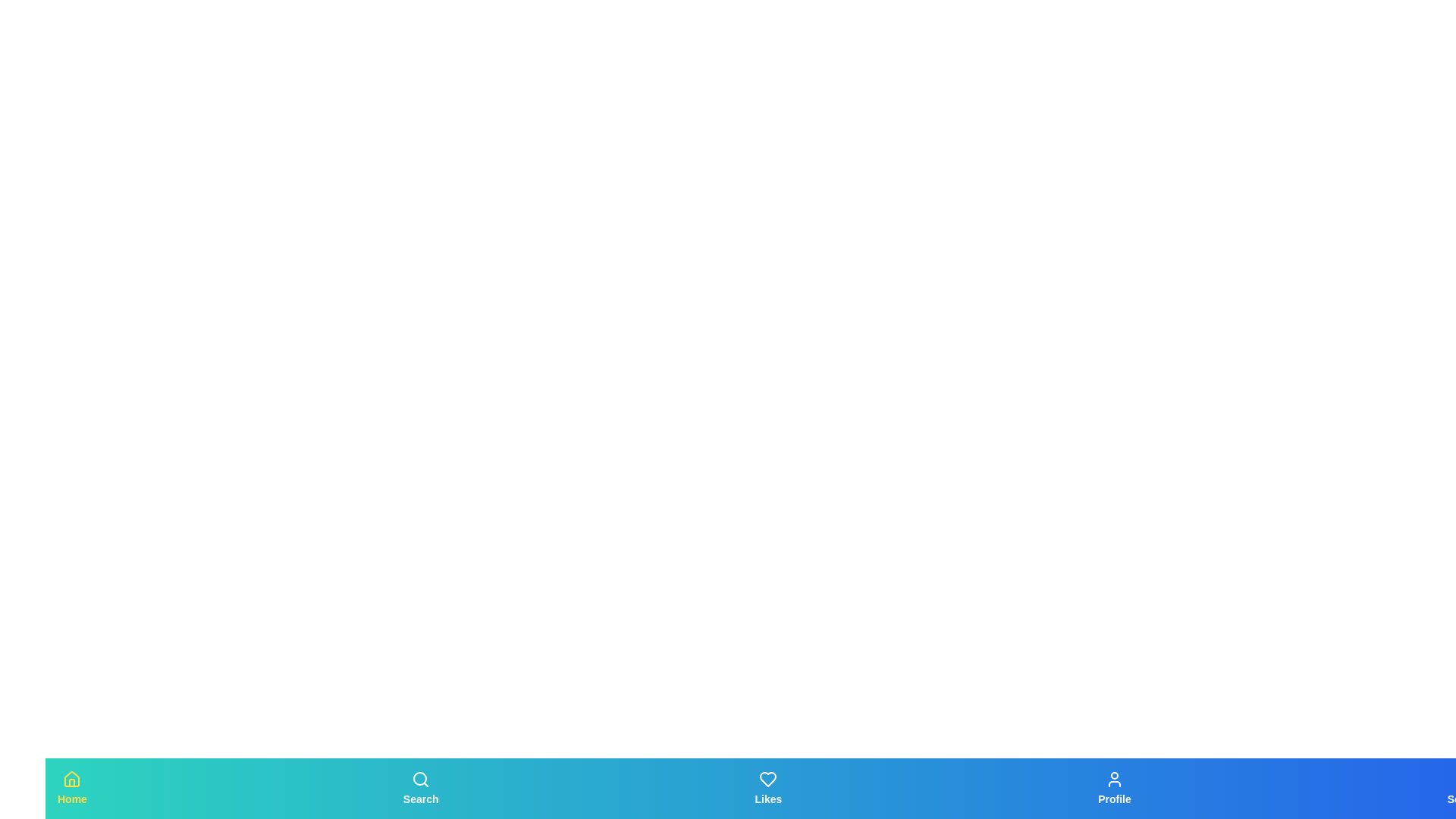  Describe the element at coordinates (767, 788) in the screenshot. I see `the tab labeled Likes to navigate to it` at that location.